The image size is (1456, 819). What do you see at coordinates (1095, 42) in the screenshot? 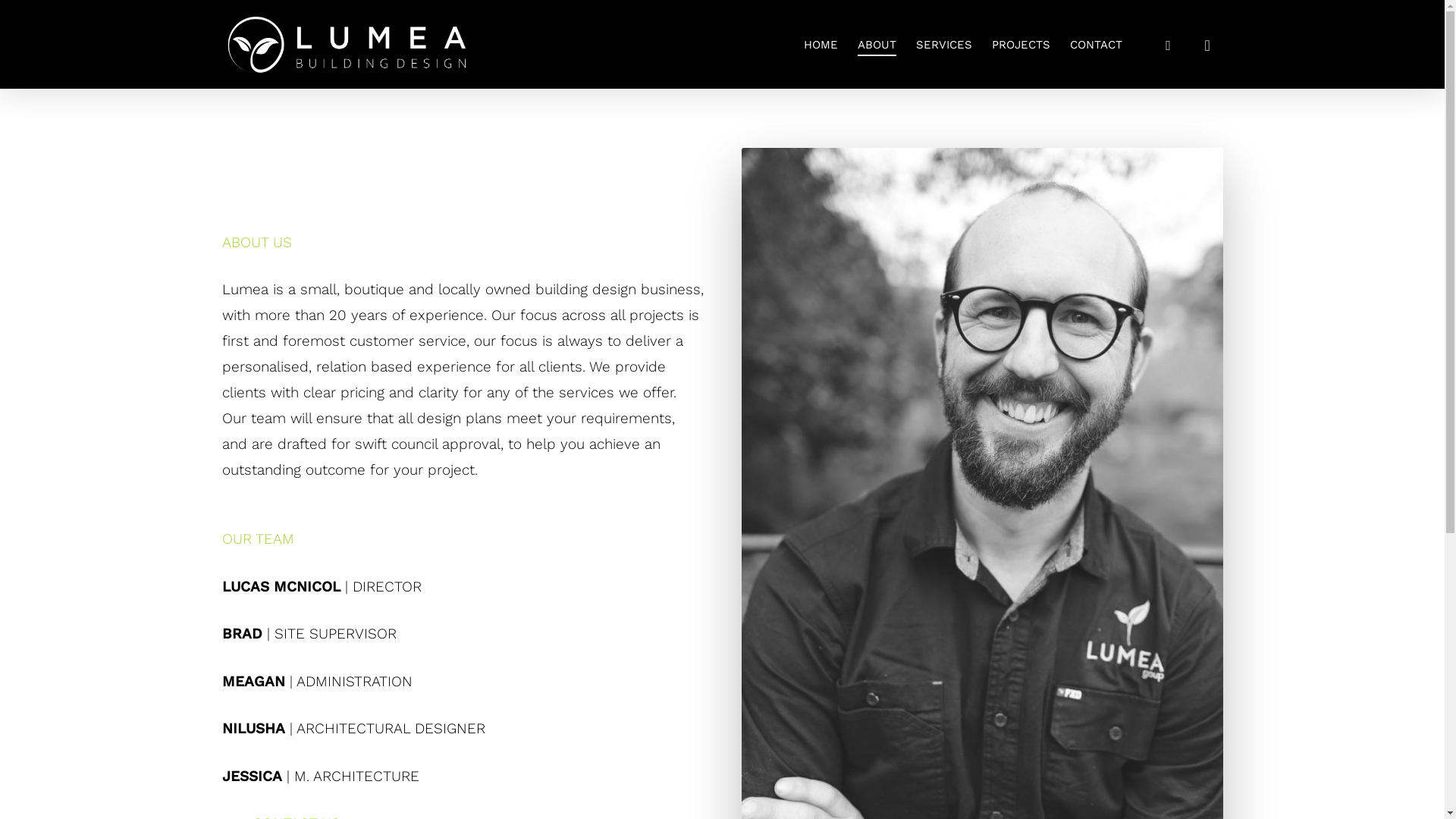
I see `'CONTACT'` at bounding box center [1095, 42].